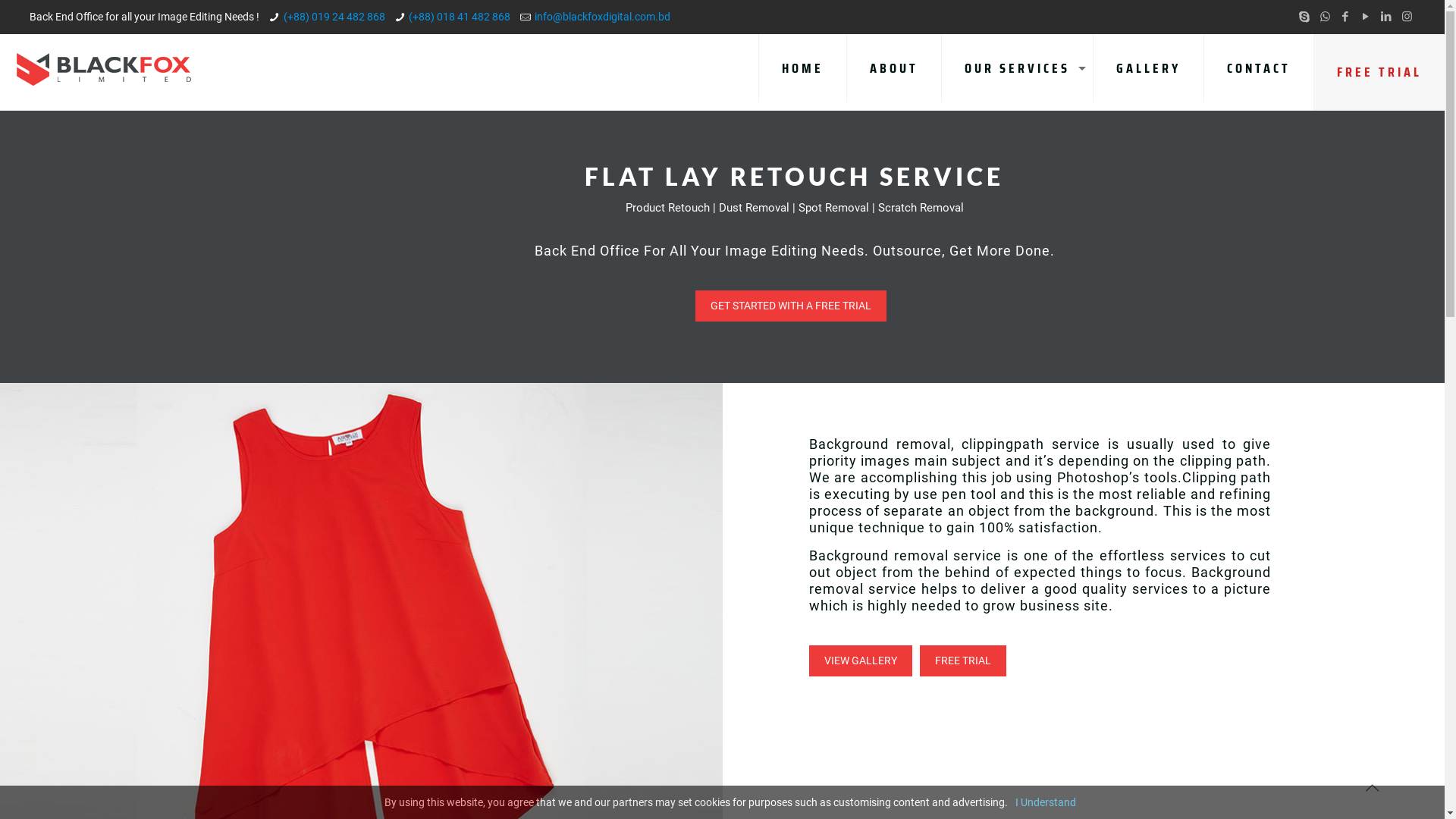 The image size is (1456, 819). I want to click on '(+88) 019 24 482 868', so click(334, 17).